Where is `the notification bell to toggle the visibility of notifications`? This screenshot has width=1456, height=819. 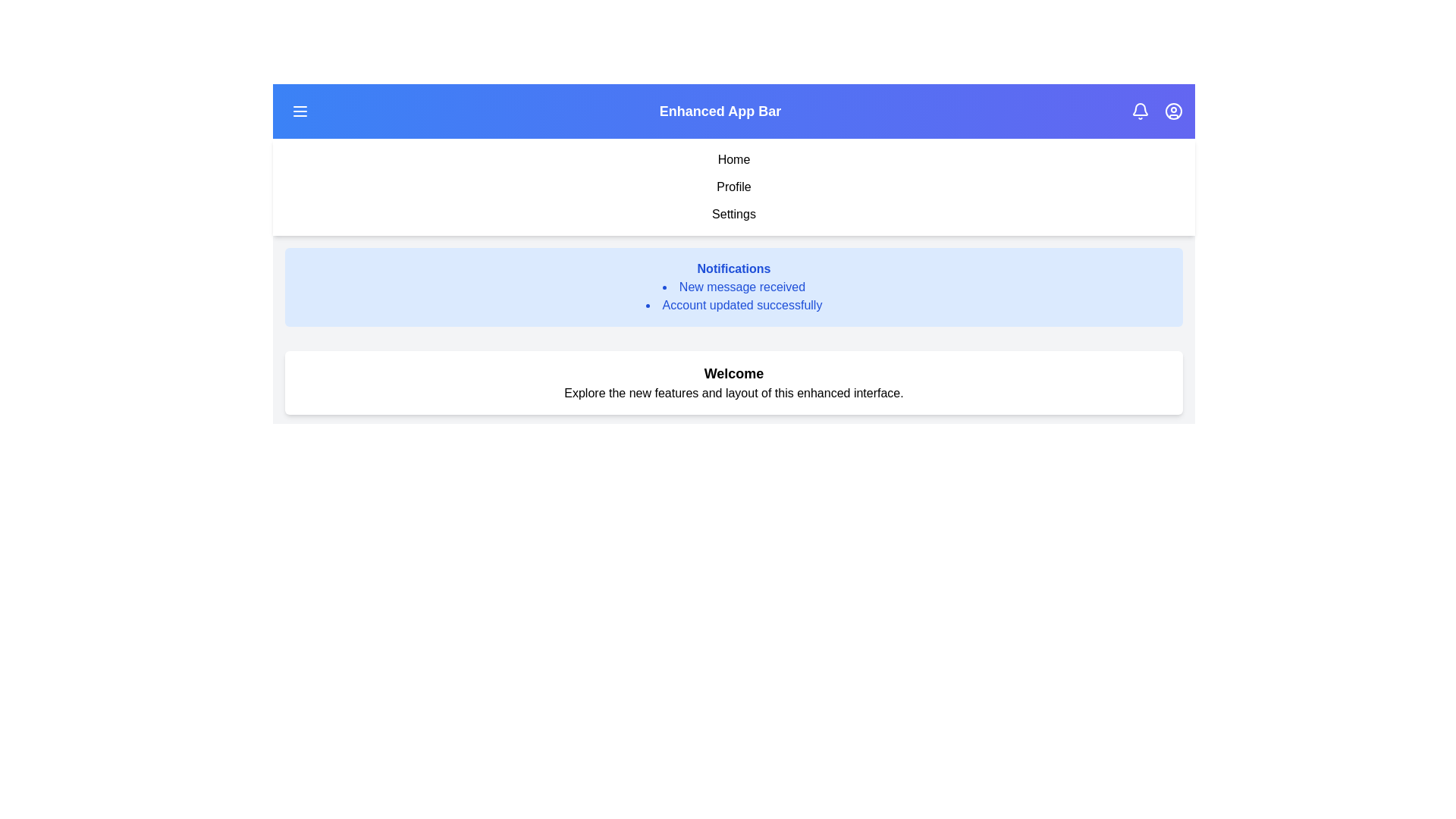 the notification bell to toggle the visibility of notifications is located at coordinates (1140, 110).